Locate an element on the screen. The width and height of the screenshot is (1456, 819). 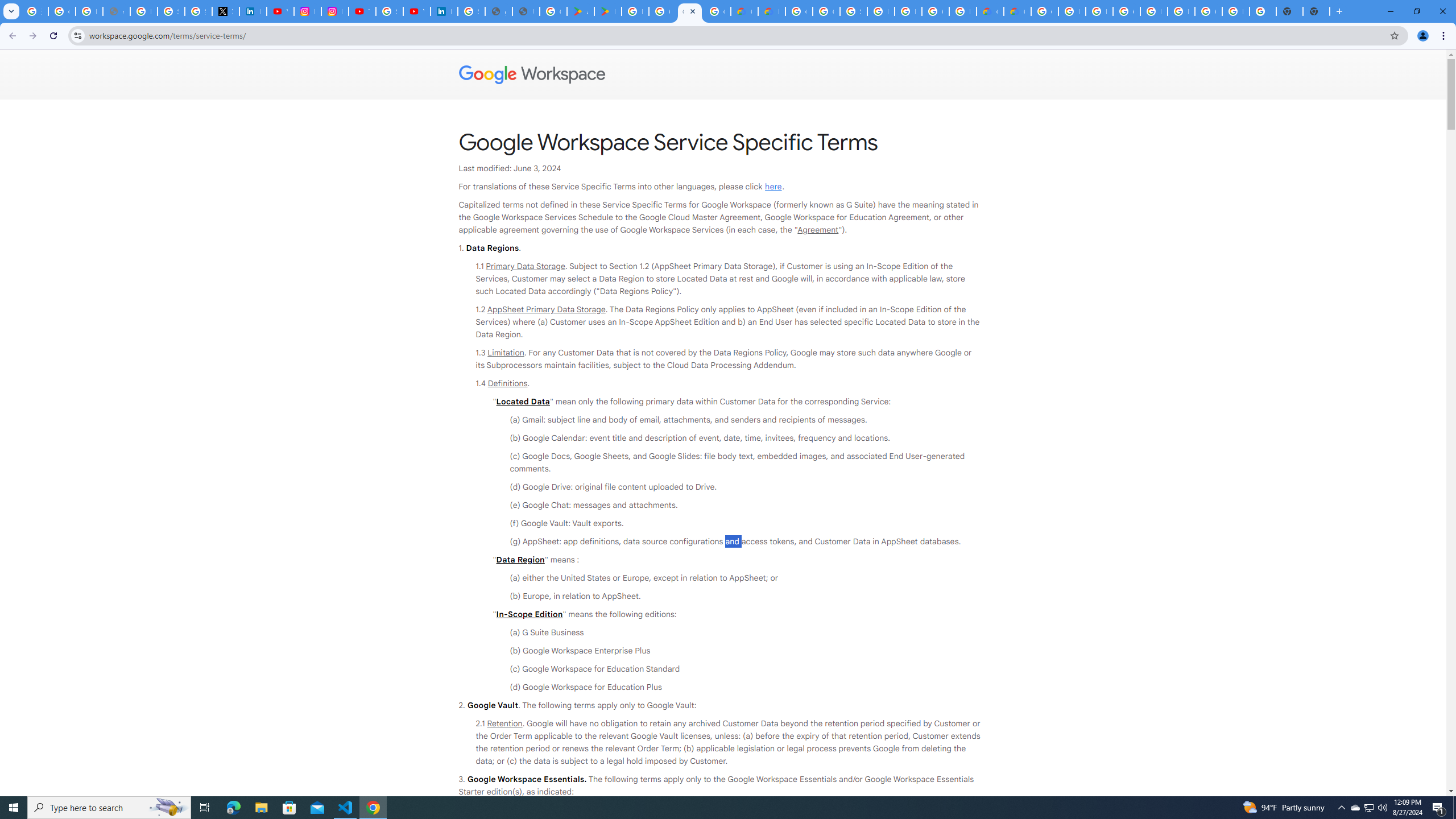
'Google Cloud Platform' is located at coordinates (799, 11).